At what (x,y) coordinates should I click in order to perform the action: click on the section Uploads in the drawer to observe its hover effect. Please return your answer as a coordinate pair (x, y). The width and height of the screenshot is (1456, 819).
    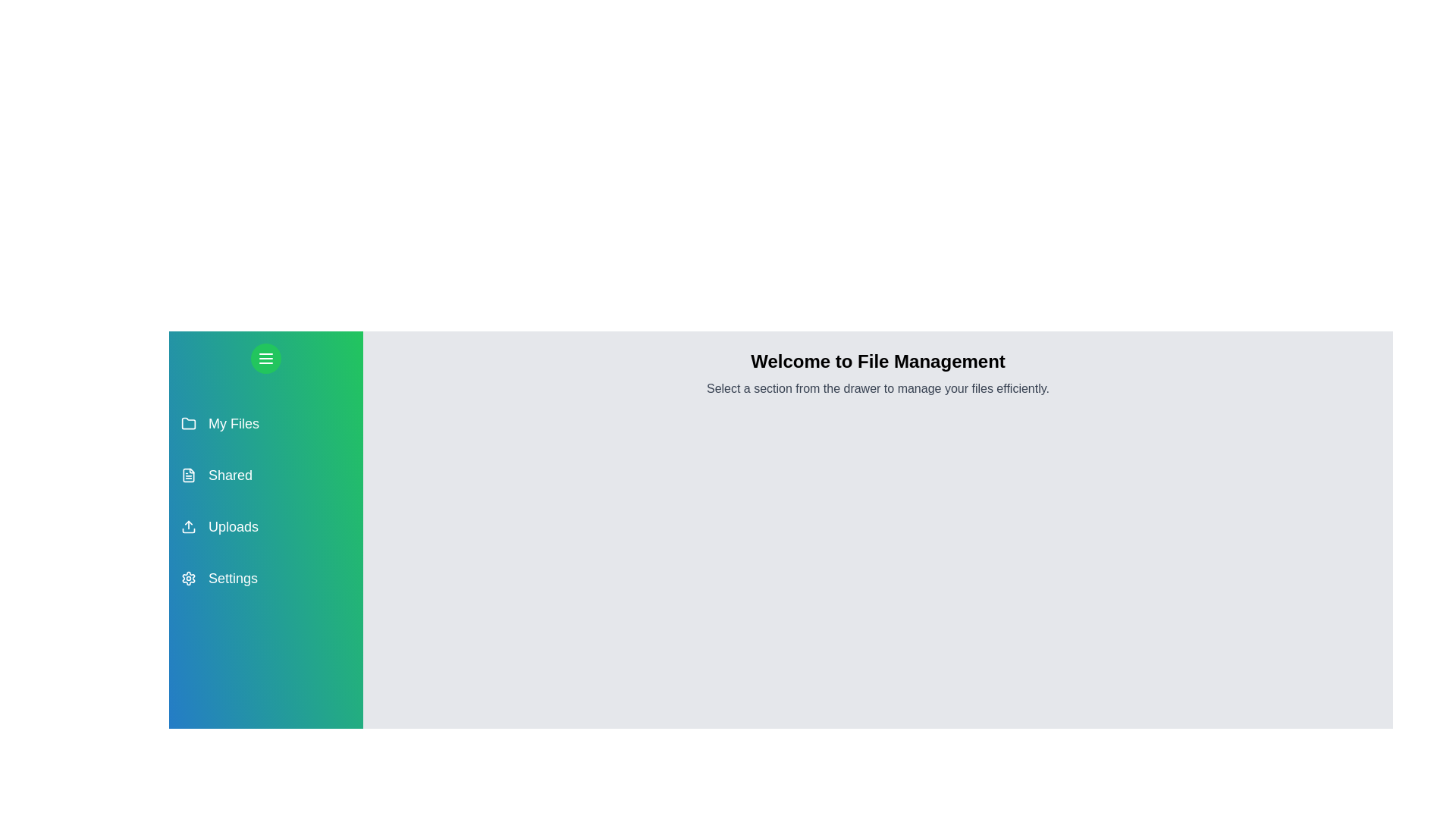
    Looking at the image, I should click on (265, 526).